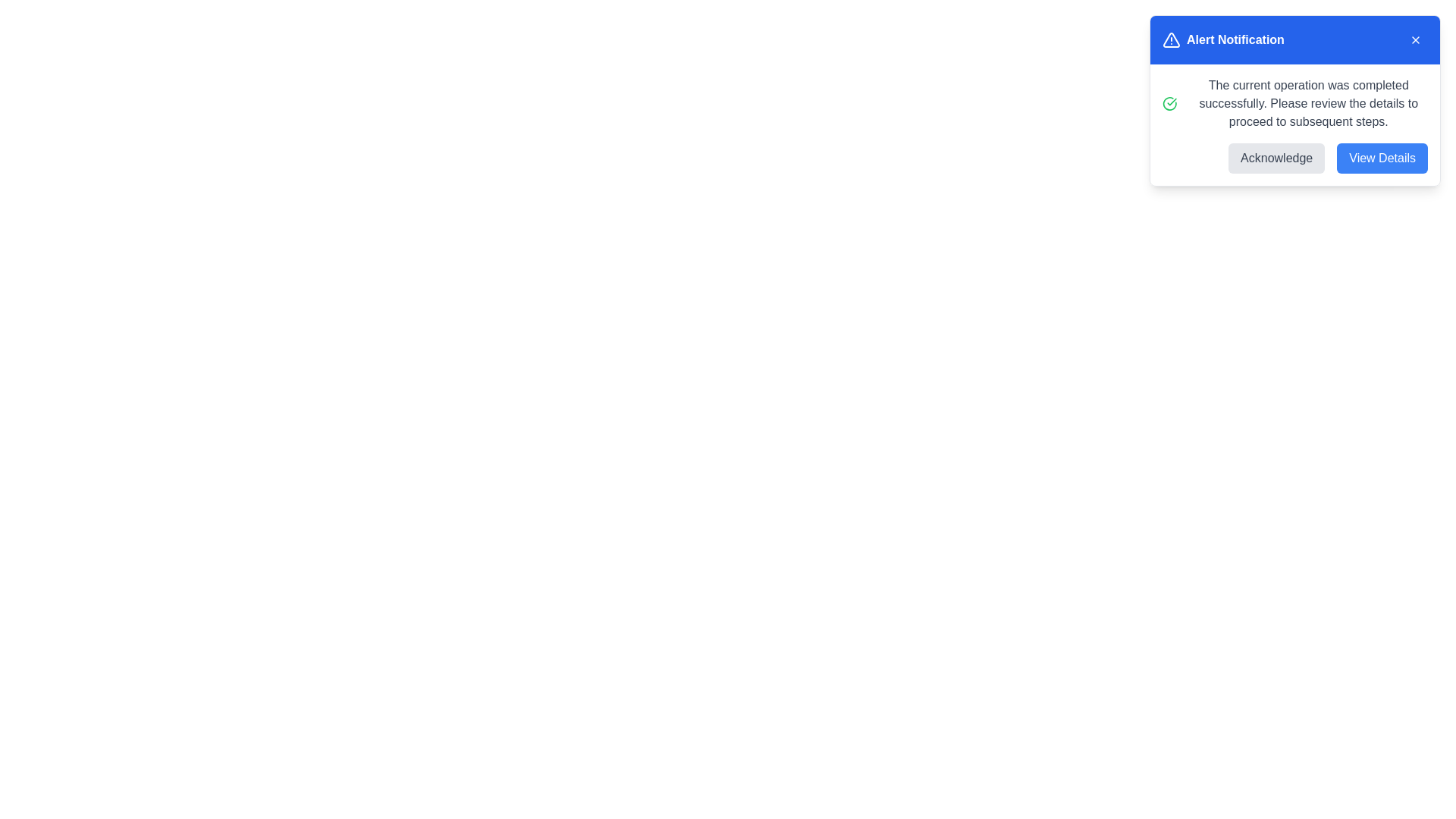 The image size is (1456, 819). What do you see at coordinates (1169, 103) in the screenshot?
I see `the circular green icon with a white checkmark, indicating a success message, located next to the notification text about the completed operation` at bounding box center [1169, 103].